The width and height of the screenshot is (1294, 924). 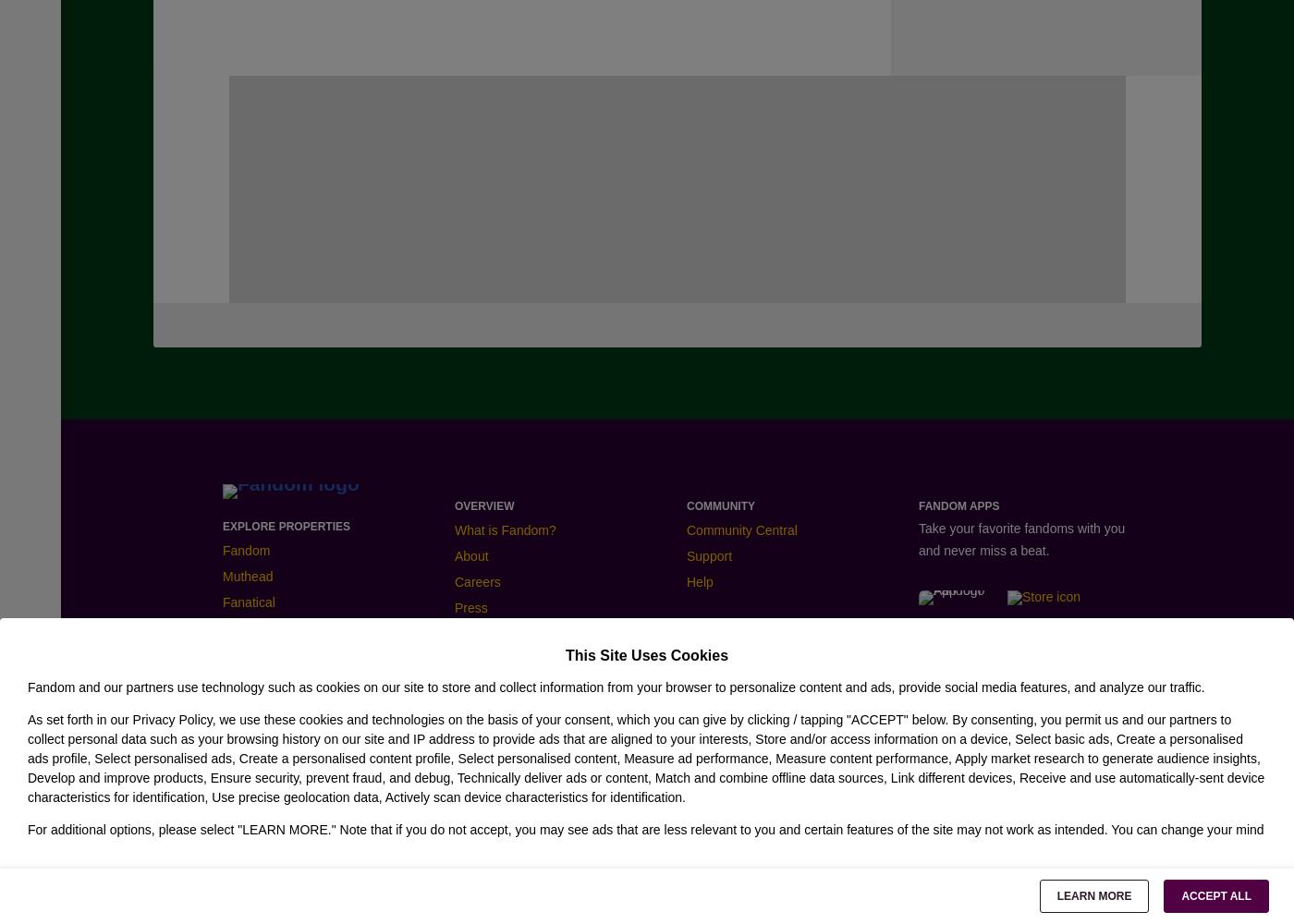 What do you see at coordinates (256, 647) in the screenshot?
I see `'Follow Us'` at bounding box center [256, 647].